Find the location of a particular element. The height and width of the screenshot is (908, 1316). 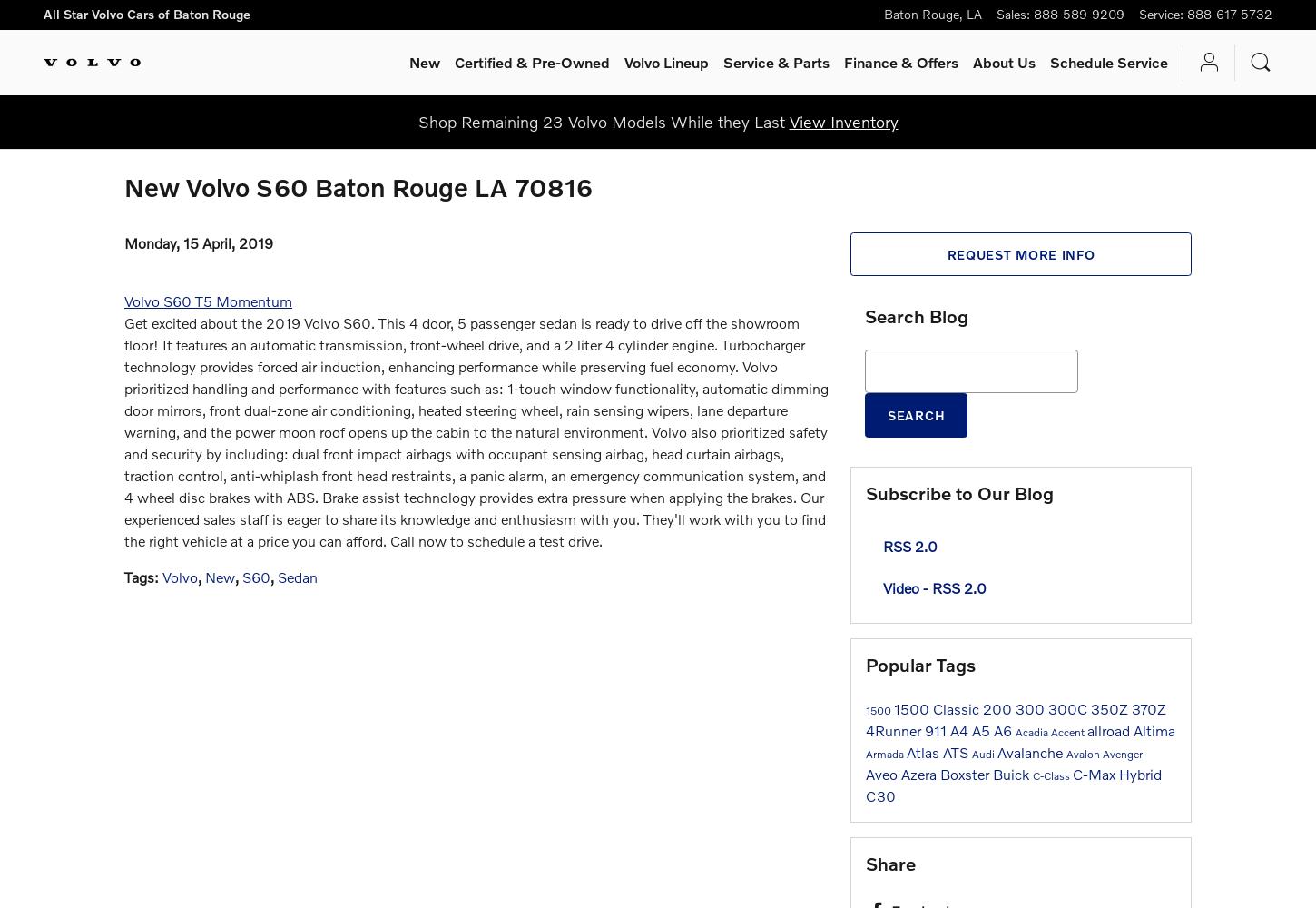

'Volvo Lineup' is located at coordinates (666, 61).